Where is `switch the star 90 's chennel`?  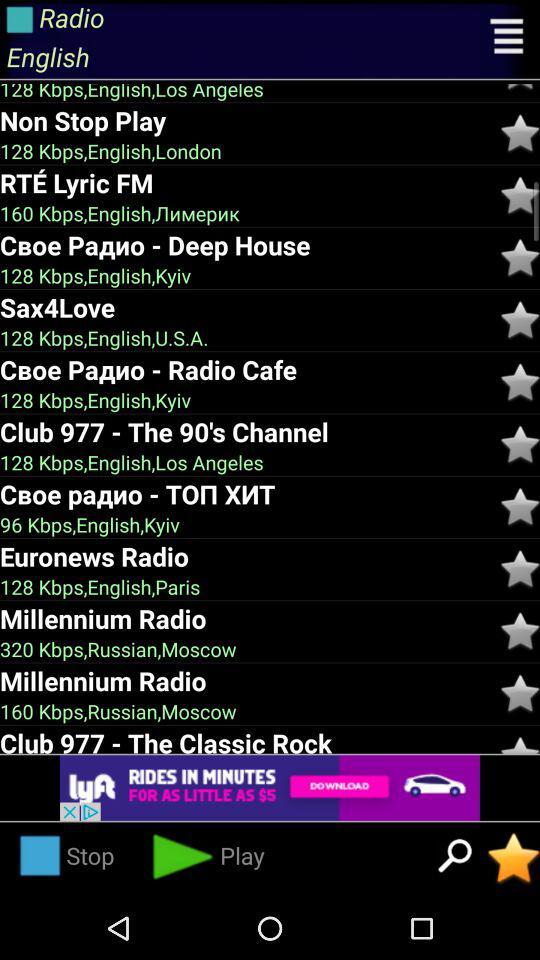 switch the star 90 's chennel is located at coordinates (520, 444).